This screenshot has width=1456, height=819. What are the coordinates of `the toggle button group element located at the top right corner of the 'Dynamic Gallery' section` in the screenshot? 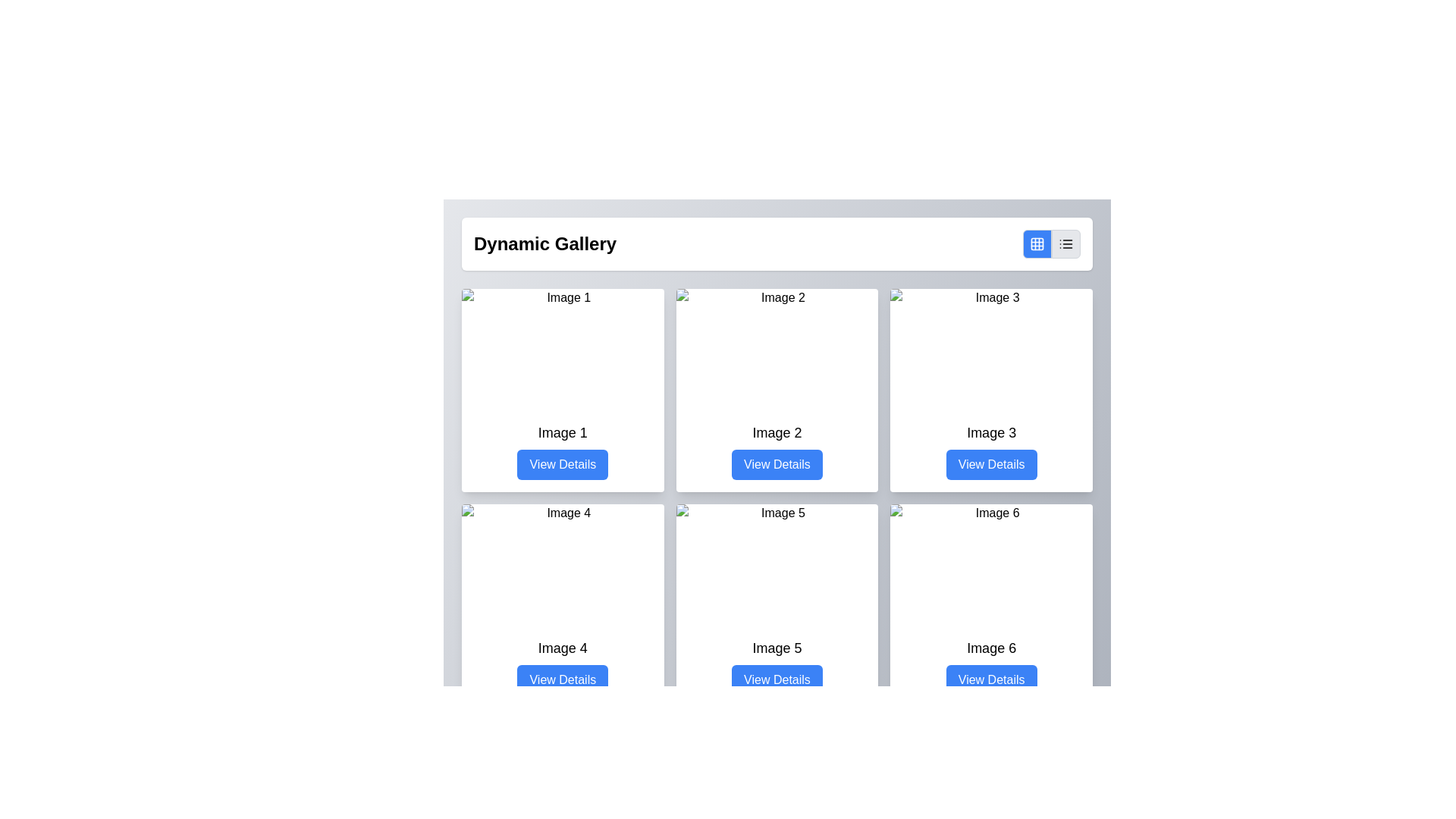 It's located at (1051, 243).